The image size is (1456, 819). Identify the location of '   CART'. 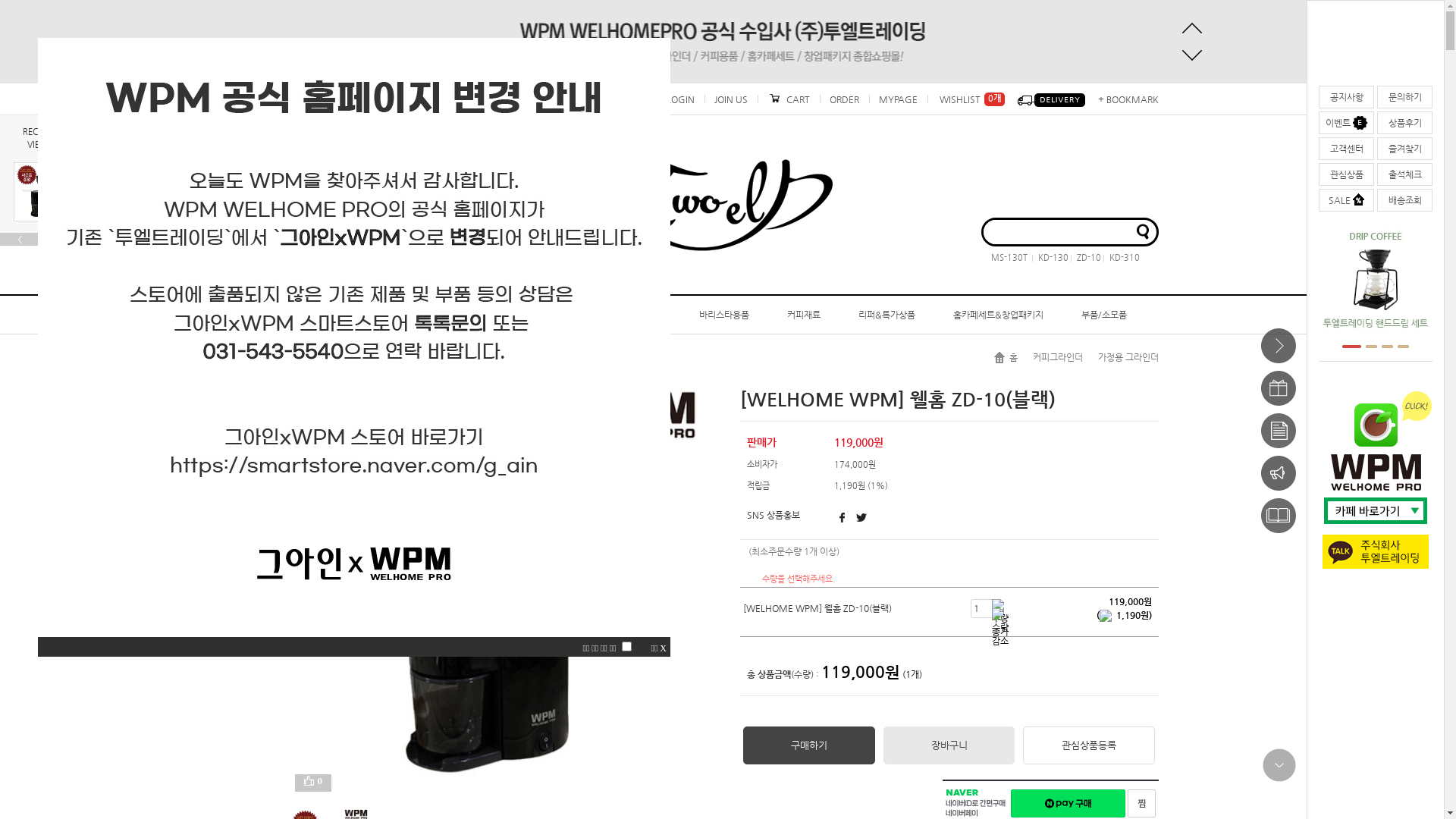
(787, 99).